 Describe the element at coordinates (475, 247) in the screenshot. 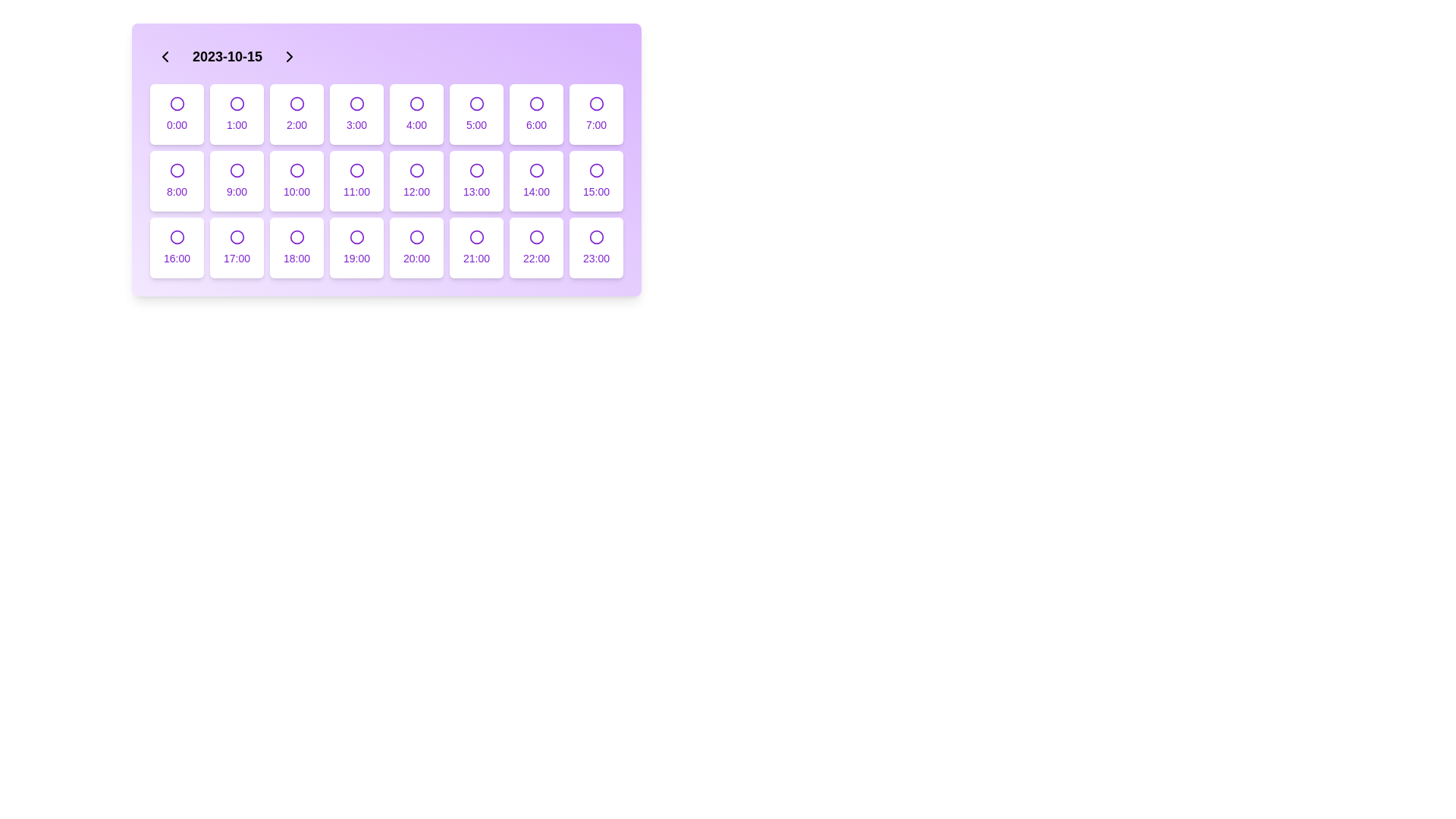

I see `the Selectable time slot card displaying the hour '21:00', which is styled with a white background and purple-themed contents, located in the sixth row and third column of the grid` at that location.